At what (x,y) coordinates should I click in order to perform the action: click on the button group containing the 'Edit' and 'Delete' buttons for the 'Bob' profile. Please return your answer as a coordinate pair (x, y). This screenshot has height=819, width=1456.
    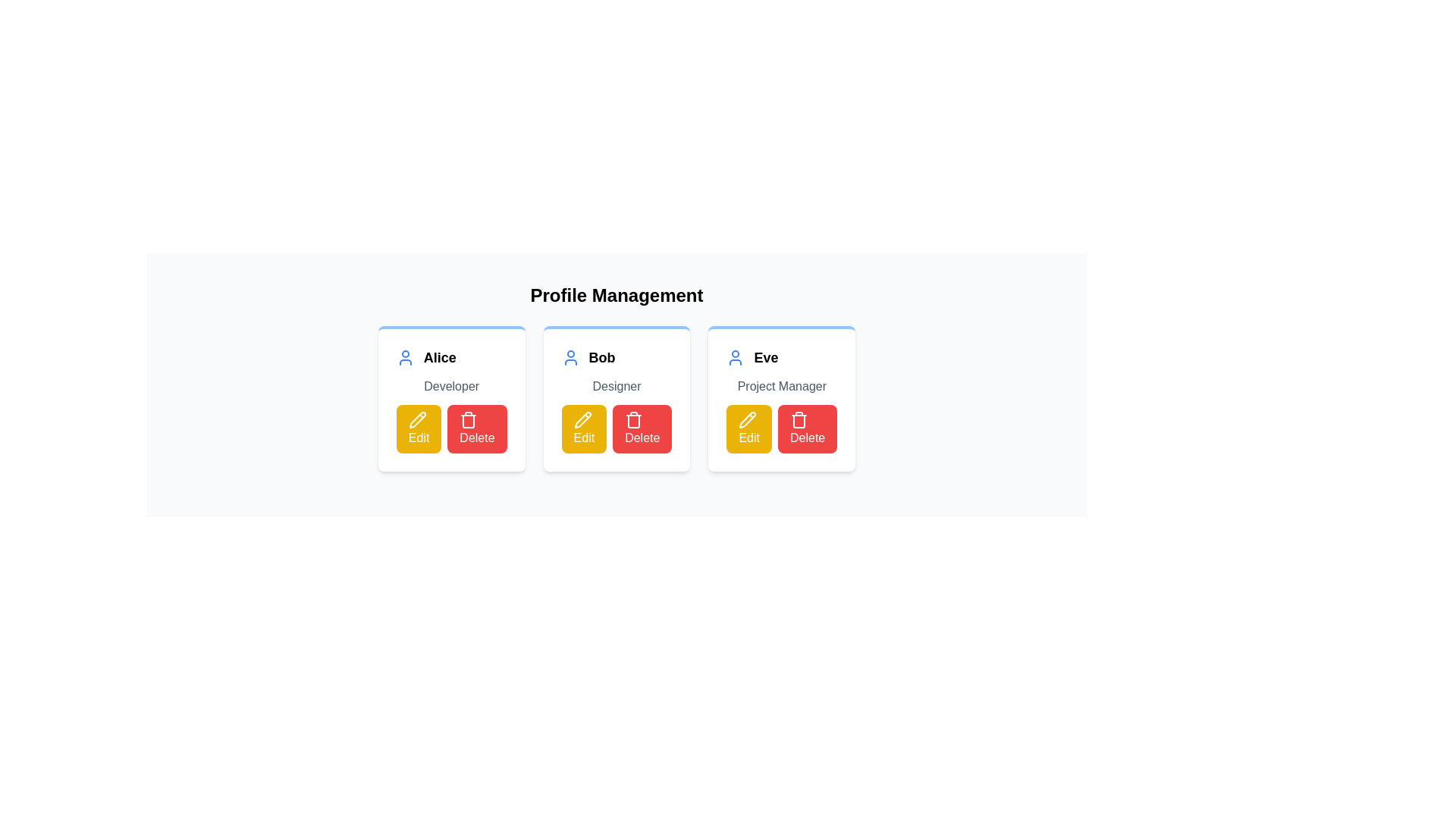
    Looking at the image, I should click on (617, 429).